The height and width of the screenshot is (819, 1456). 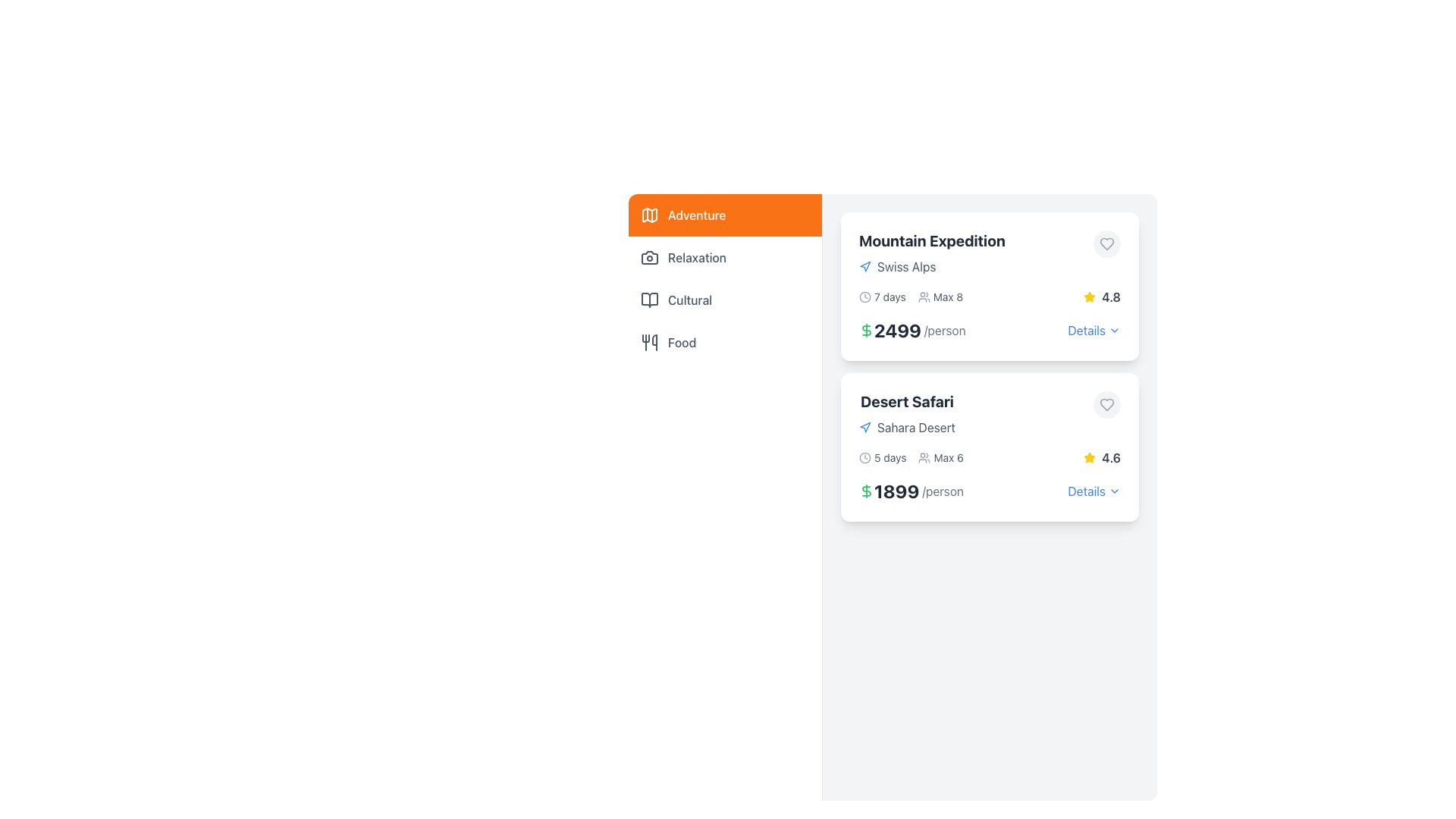 What do you see at coordinates (940, 297) in the screenshot?
I see `the static text element indicating the maximum number of participants allowed for the Mountain Expedition trip, located on the right side after the '7 days' information` at bounding box center [940, 297].